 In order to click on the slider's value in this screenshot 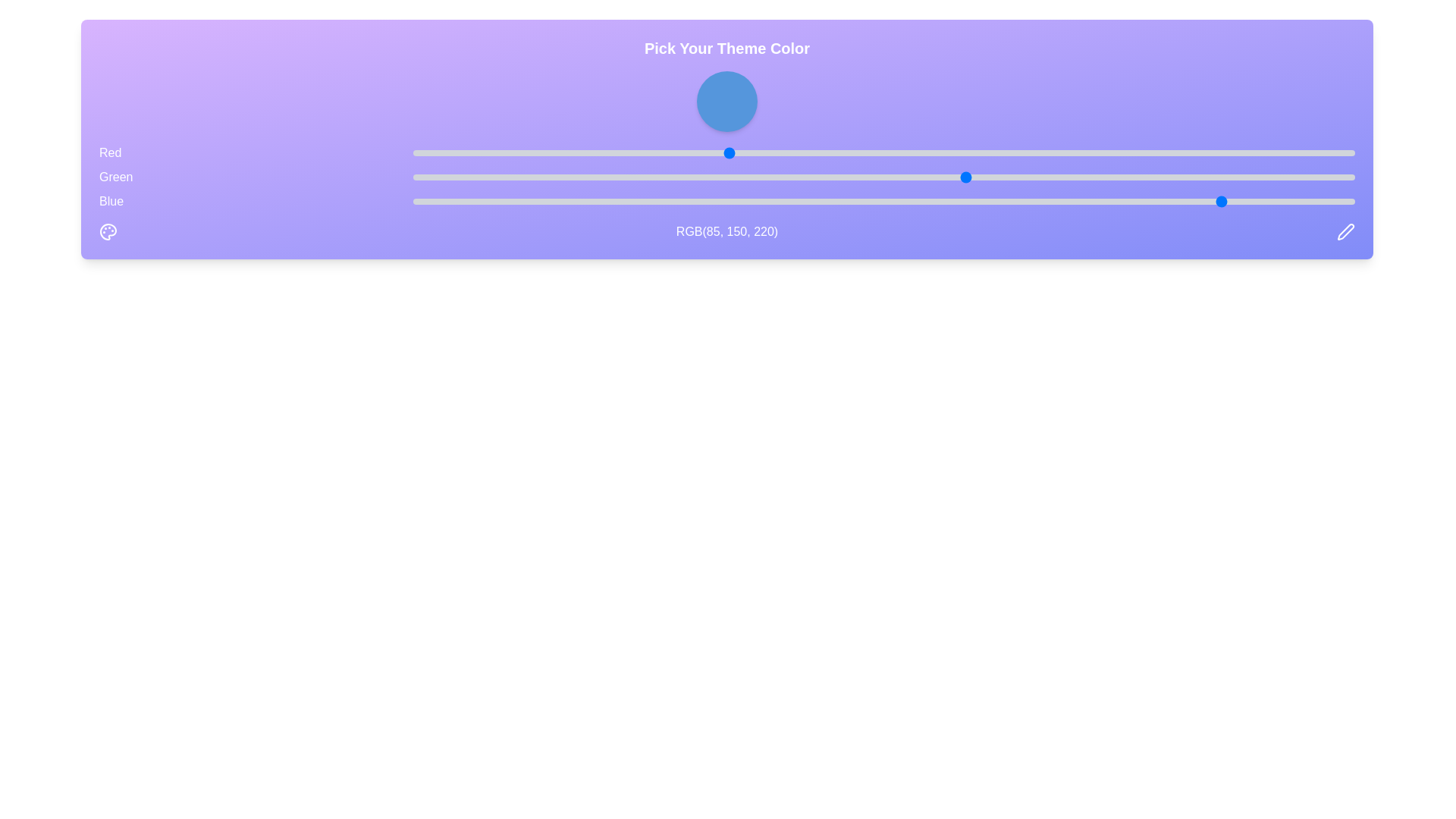, I will do `click(549, 152)`.